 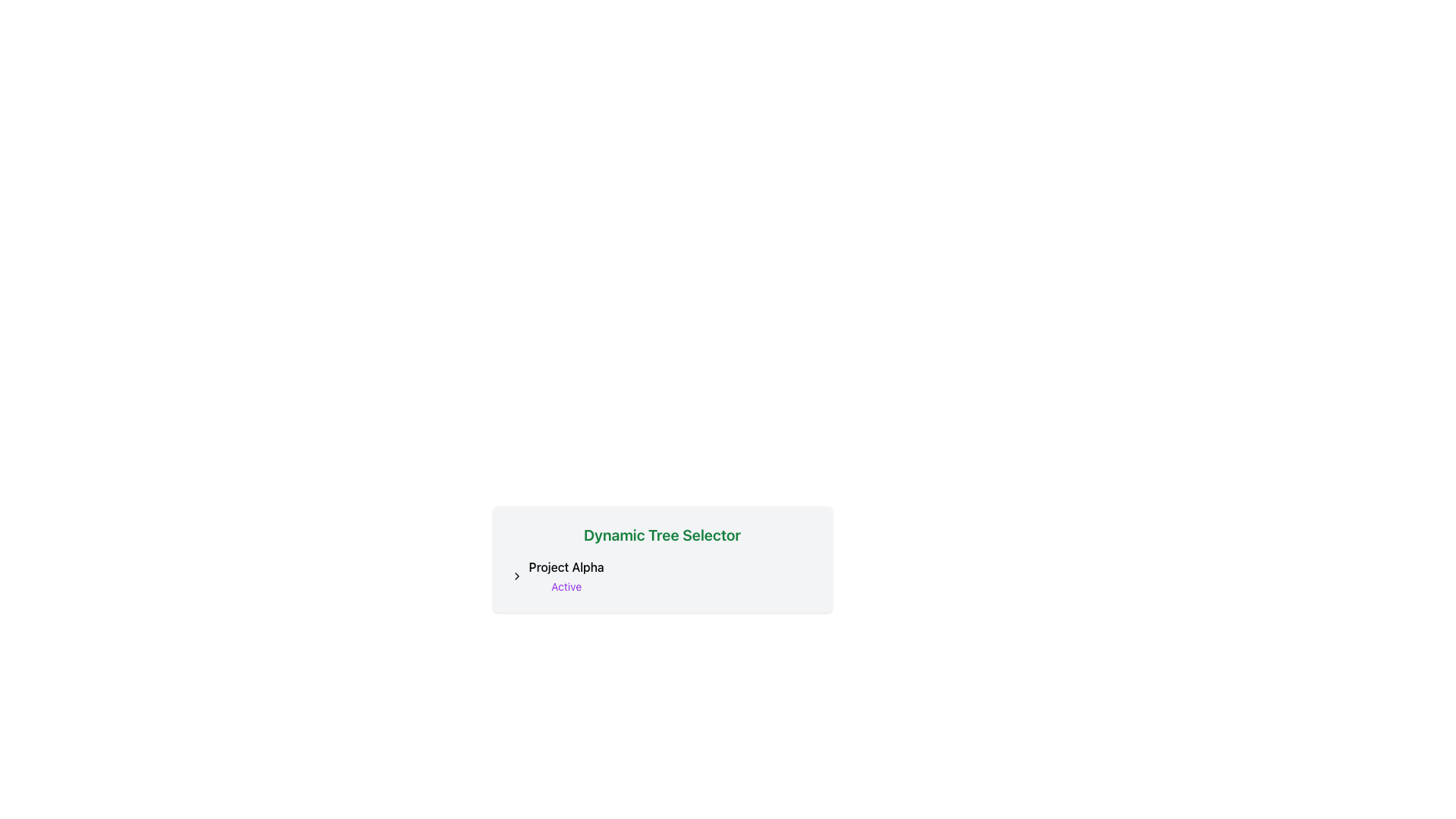 What do you see at coordinates (566, 567) in the screenshot?
I see `the 'Project Alpha' text label, which serves as a title indicating the name of a project and is located in the 'Dynamic Tree Selector' section, above the 'Active' element` at bounding box center [566, 567].